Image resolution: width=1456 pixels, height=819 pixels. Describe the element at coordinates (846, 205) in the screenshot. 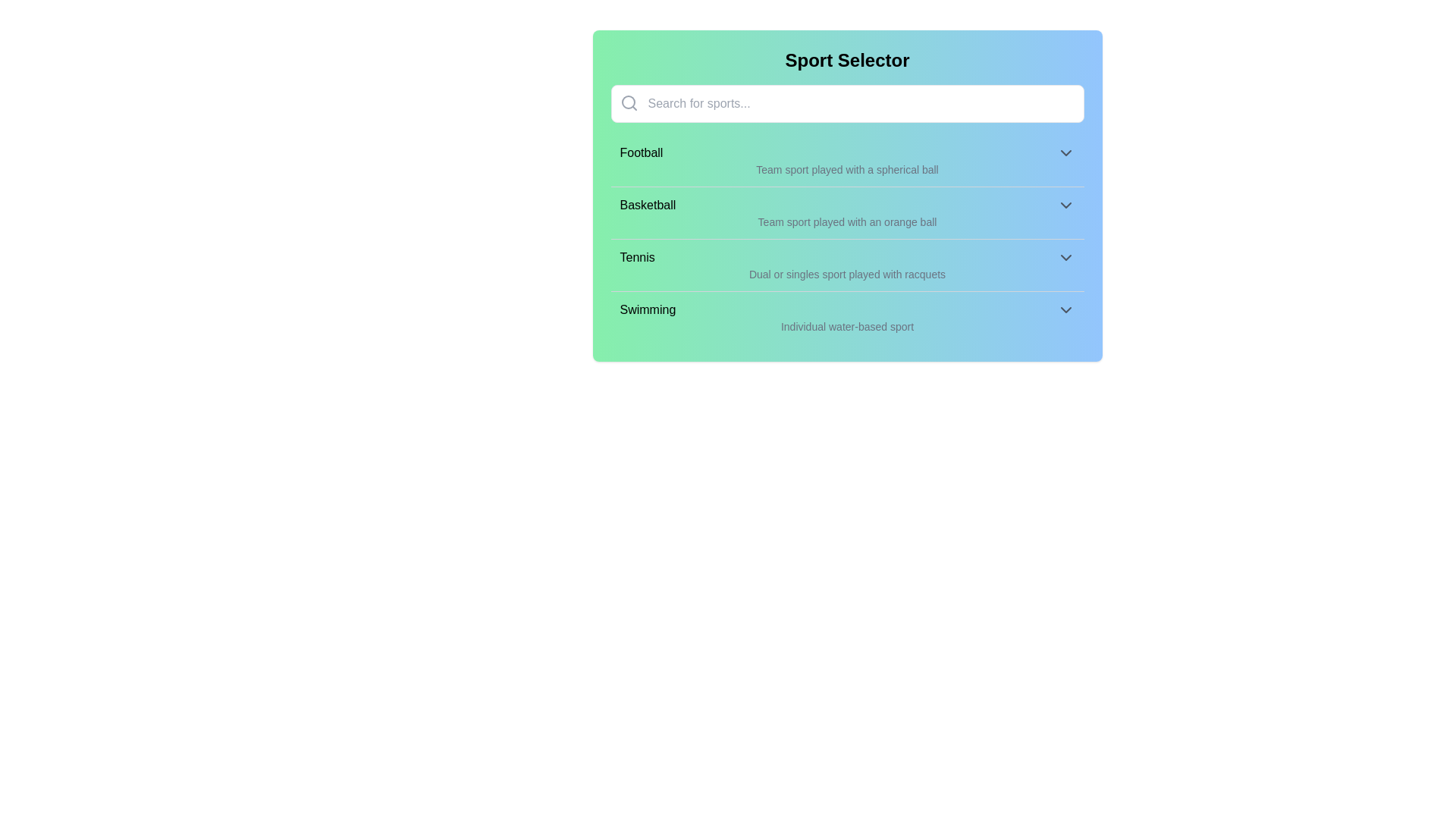

I see `the selectable list item for 'Basketball' in the 'Sport Selector'` at that location.